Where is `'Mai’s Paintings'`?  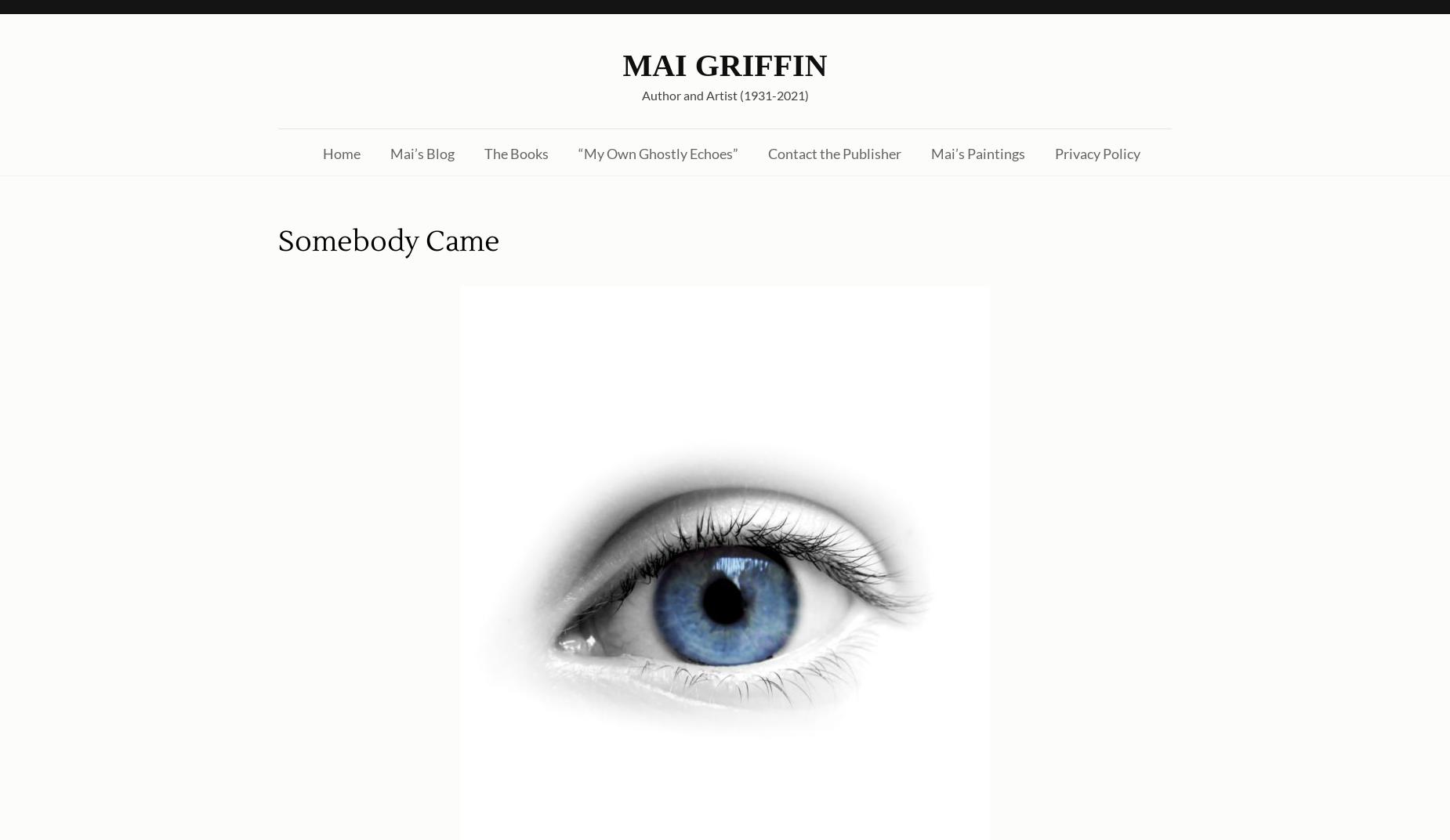
'Mai’s Paintings' is located at coordinates (977, 152).